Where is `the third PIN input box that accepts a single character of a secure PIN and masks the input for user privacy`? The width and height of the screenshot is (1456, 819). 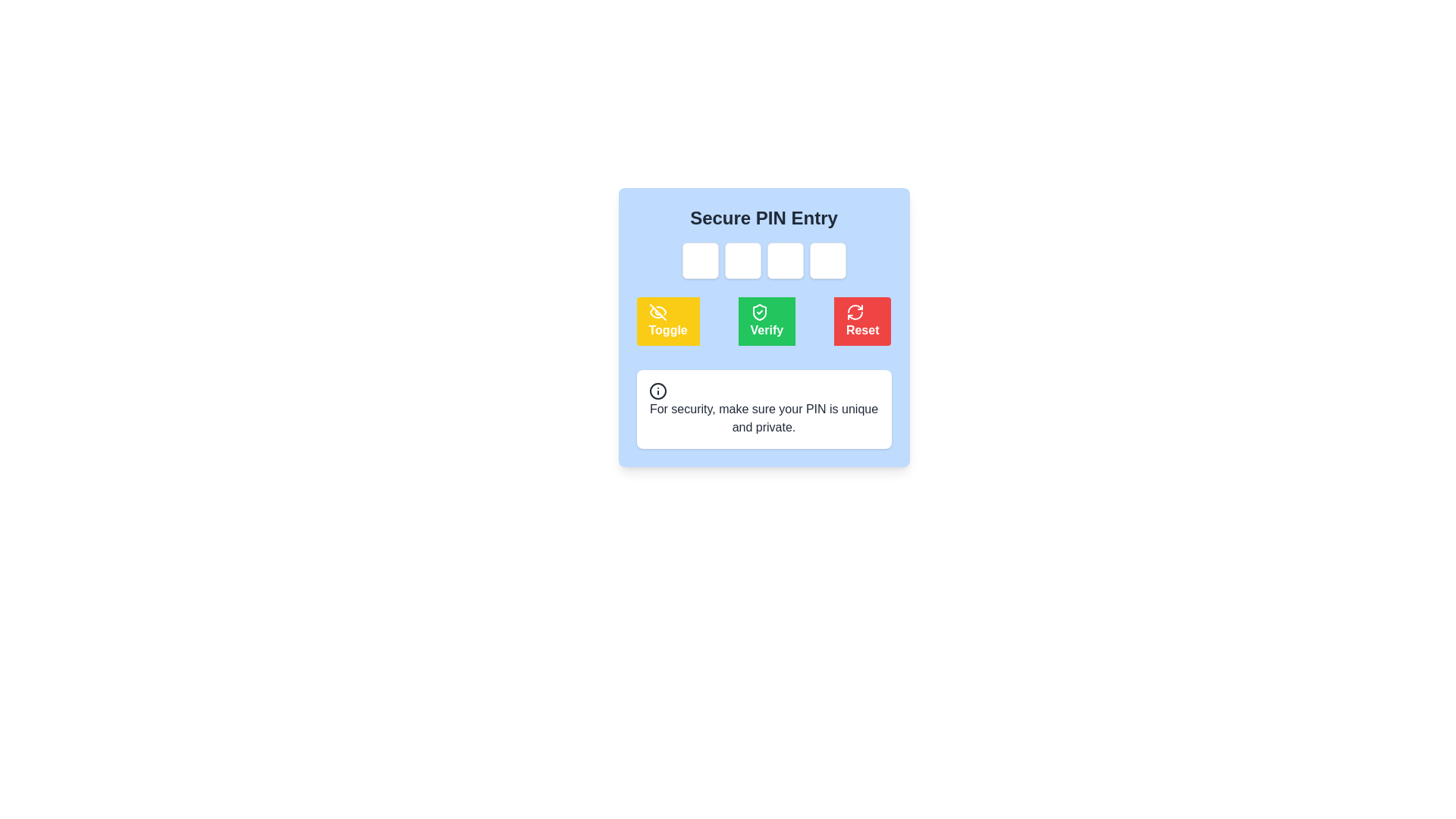
the third PIN input box that accepts a single character of a secure PIN and masks the input for user privacy is located at coordinates (785, 259).